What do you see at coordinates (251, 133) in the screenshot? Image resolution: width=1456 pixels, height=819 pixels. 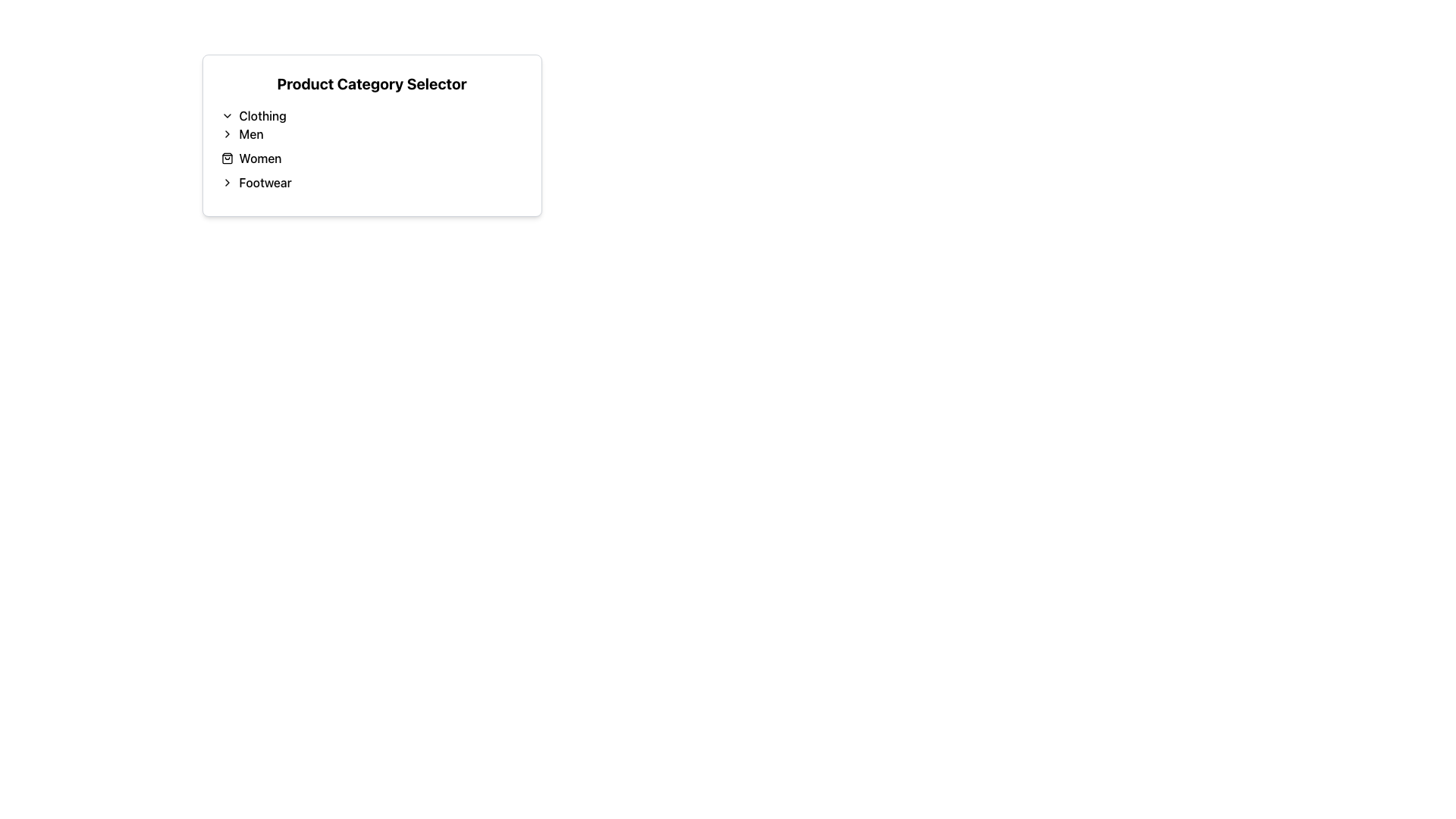 I see `the text label displaying 'Men', which is styled with a medium font weight and positioned centrally to the right of an arrow icon` at bounding box center [251, 133].